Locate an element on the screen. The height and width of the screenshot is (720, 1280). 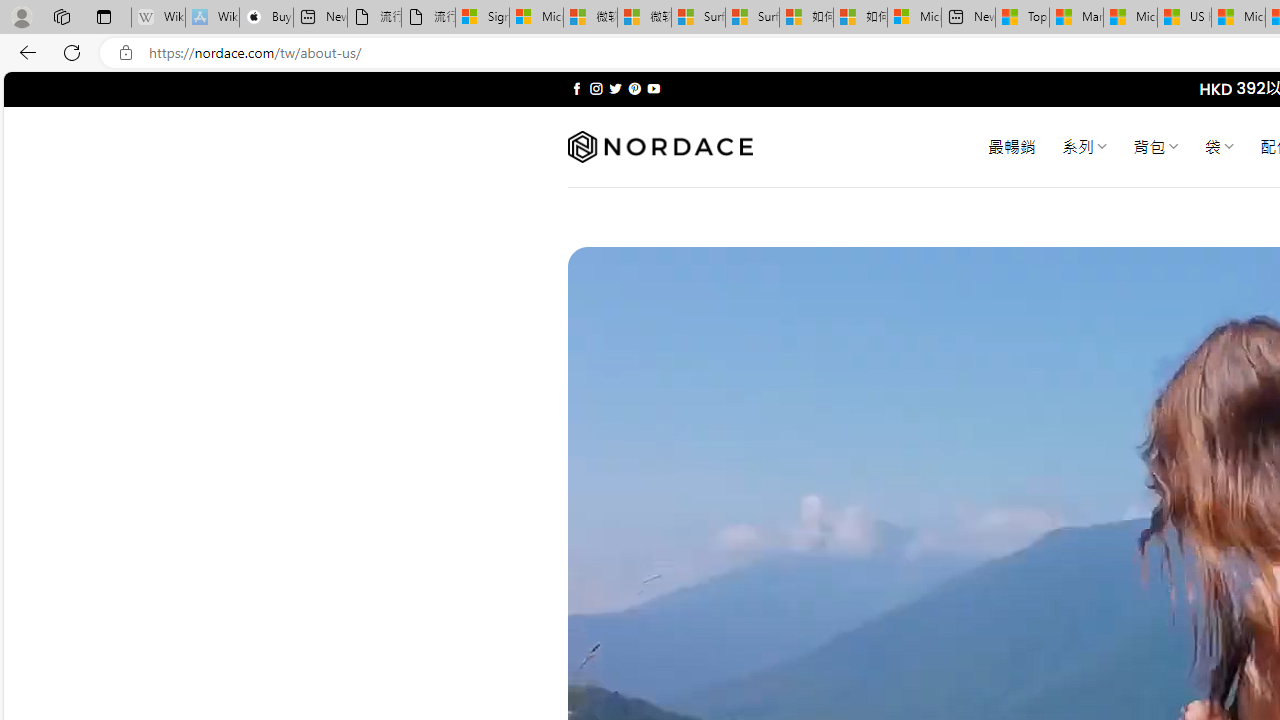
'Follow on YouTube' is located at coordinates (653, 88).